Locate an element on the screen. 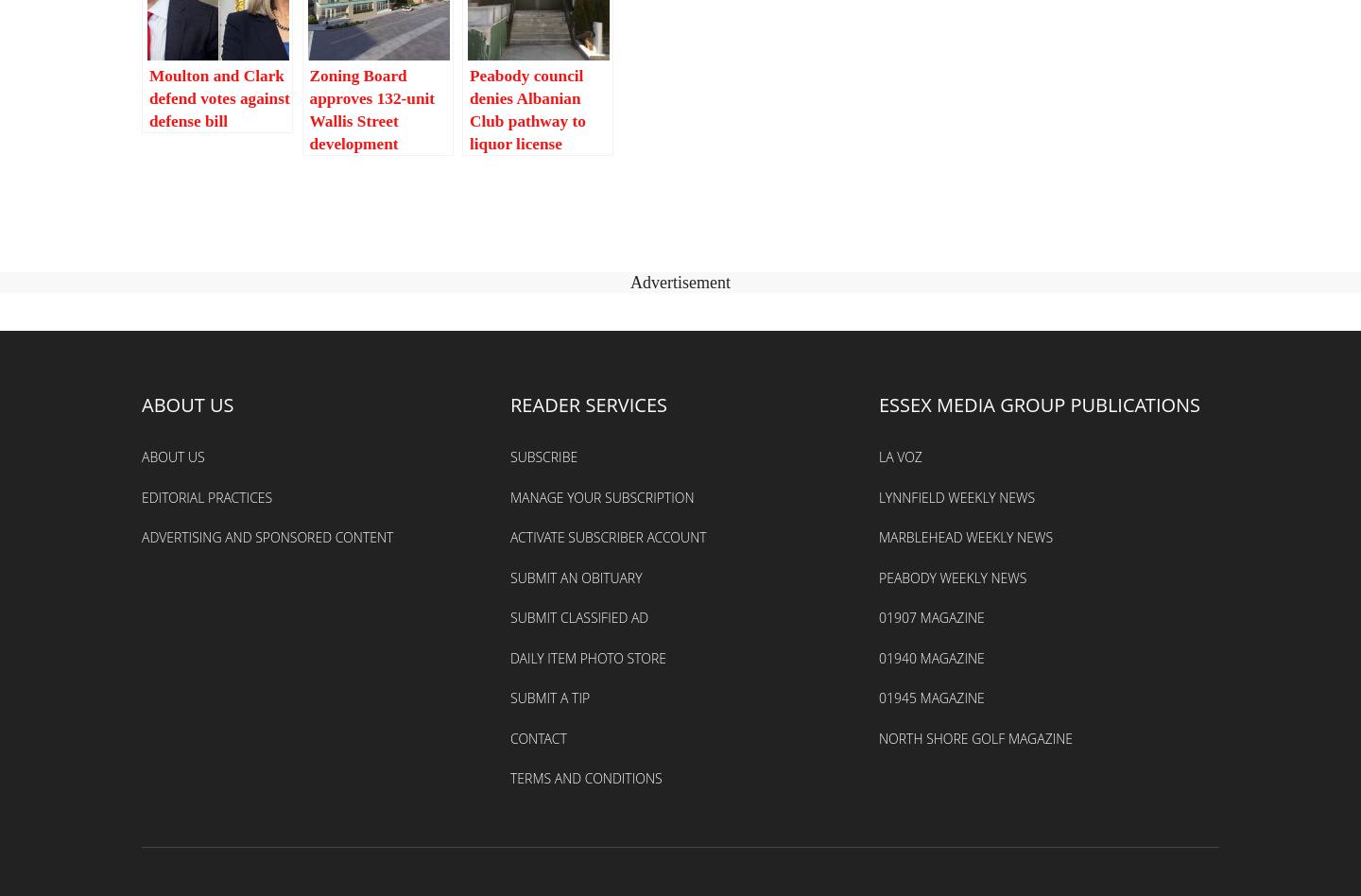  'Submit Classified Ad' is located at coordinates (578, 616).